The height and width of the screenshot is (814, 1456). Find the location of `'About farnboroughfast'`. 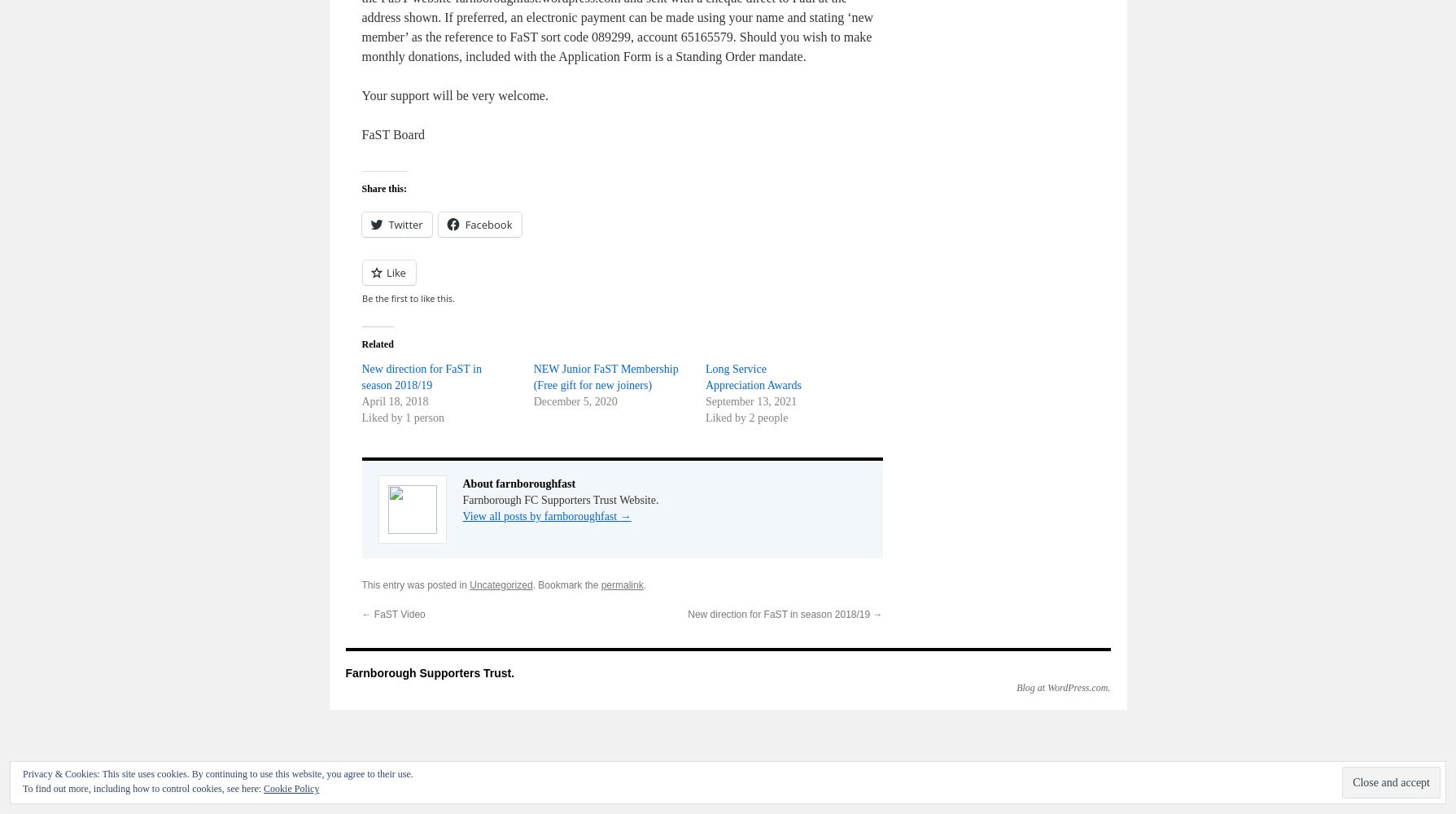

'About farnboroughfast' is located at coordinates (461, 483).